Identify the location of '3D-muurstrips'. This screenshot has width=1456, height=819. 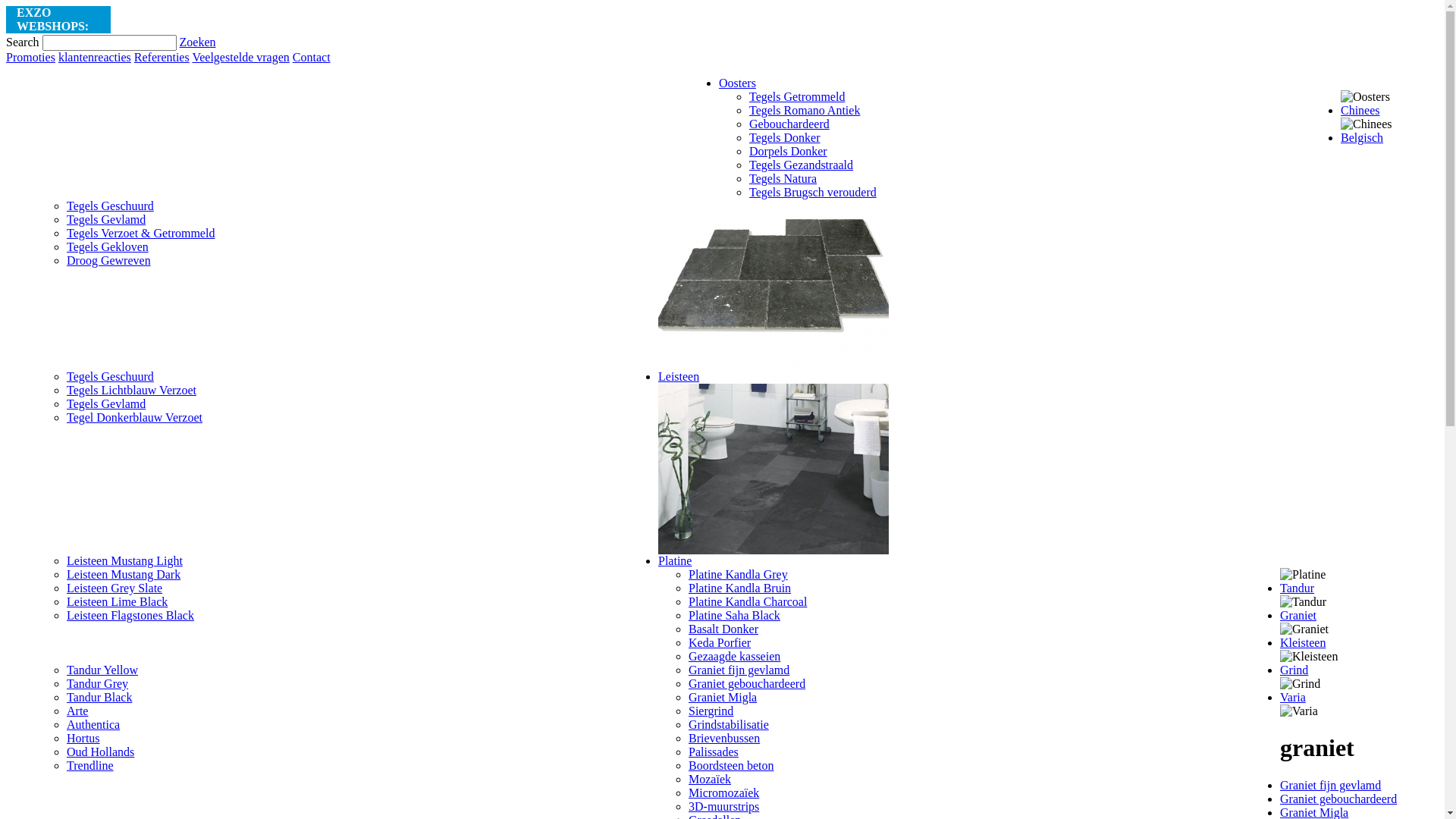
(723, 805).